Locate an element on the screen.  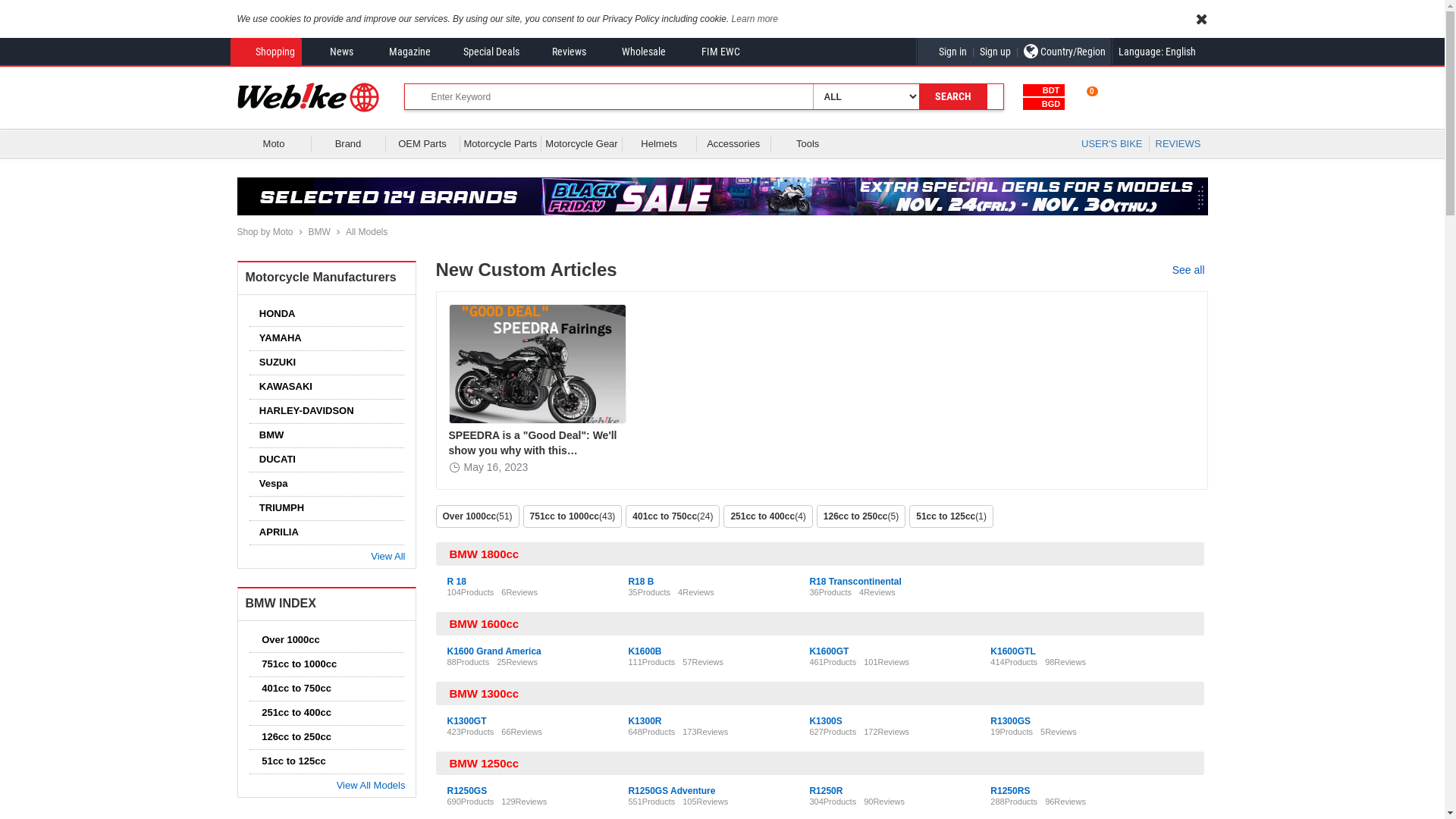
'51cc to 125cc(1)' is located at coordinates (909, 516).